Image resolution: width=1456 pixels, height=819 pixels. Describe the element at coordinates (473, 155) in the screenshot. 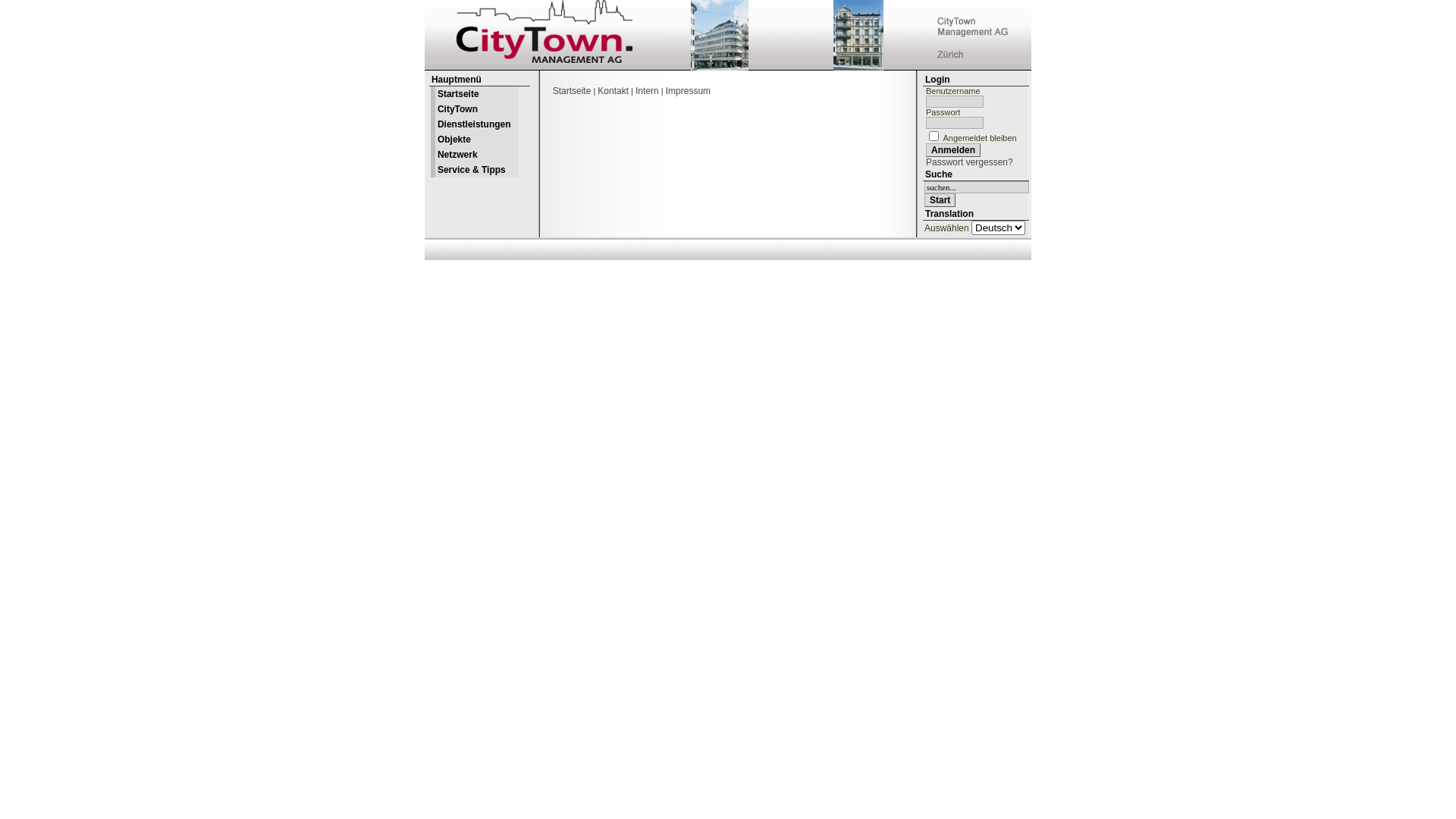

I see `'Netzwerk'` at that location.